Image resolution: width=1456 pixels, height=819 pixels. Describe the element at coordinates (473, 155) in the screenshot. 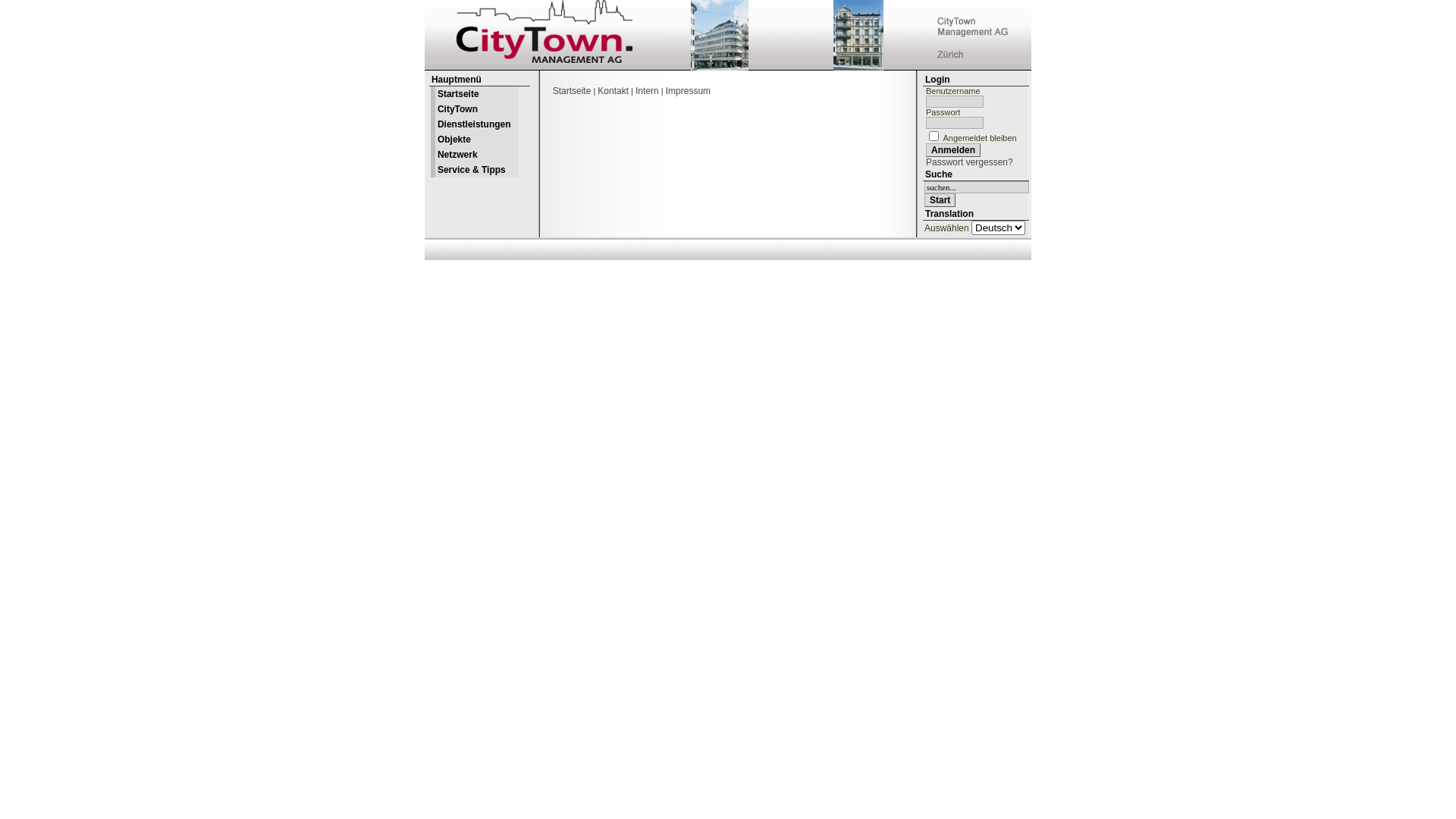

I see `'Netzwerk'` at that location.